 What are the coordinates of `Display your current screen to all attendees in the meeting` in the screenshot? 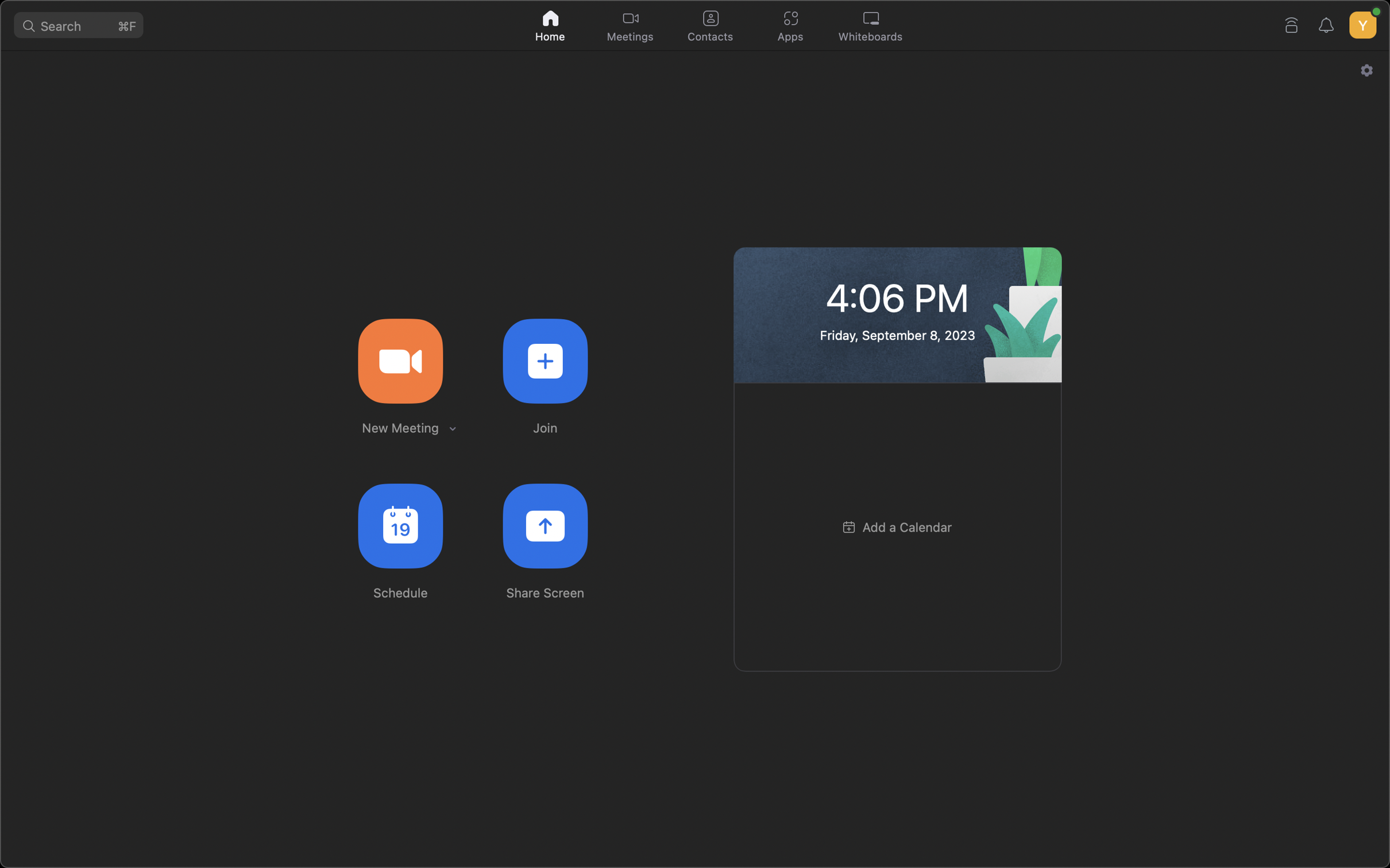 It's located at (546, 526).